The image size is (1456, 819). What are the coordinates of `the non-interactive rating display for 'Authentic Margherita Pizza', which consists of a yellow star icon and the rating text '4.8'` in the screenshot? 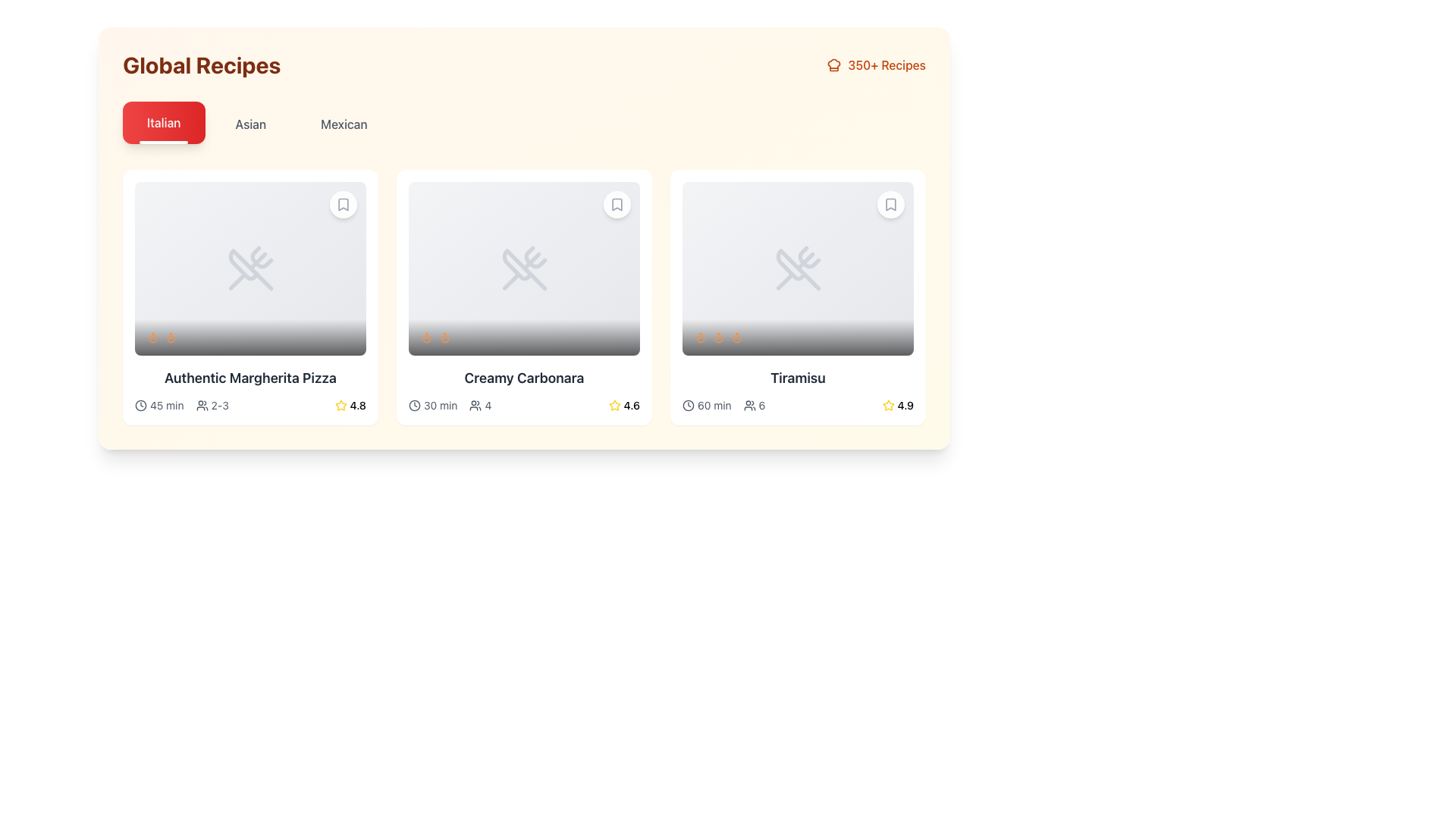 It's located at (350, 404).